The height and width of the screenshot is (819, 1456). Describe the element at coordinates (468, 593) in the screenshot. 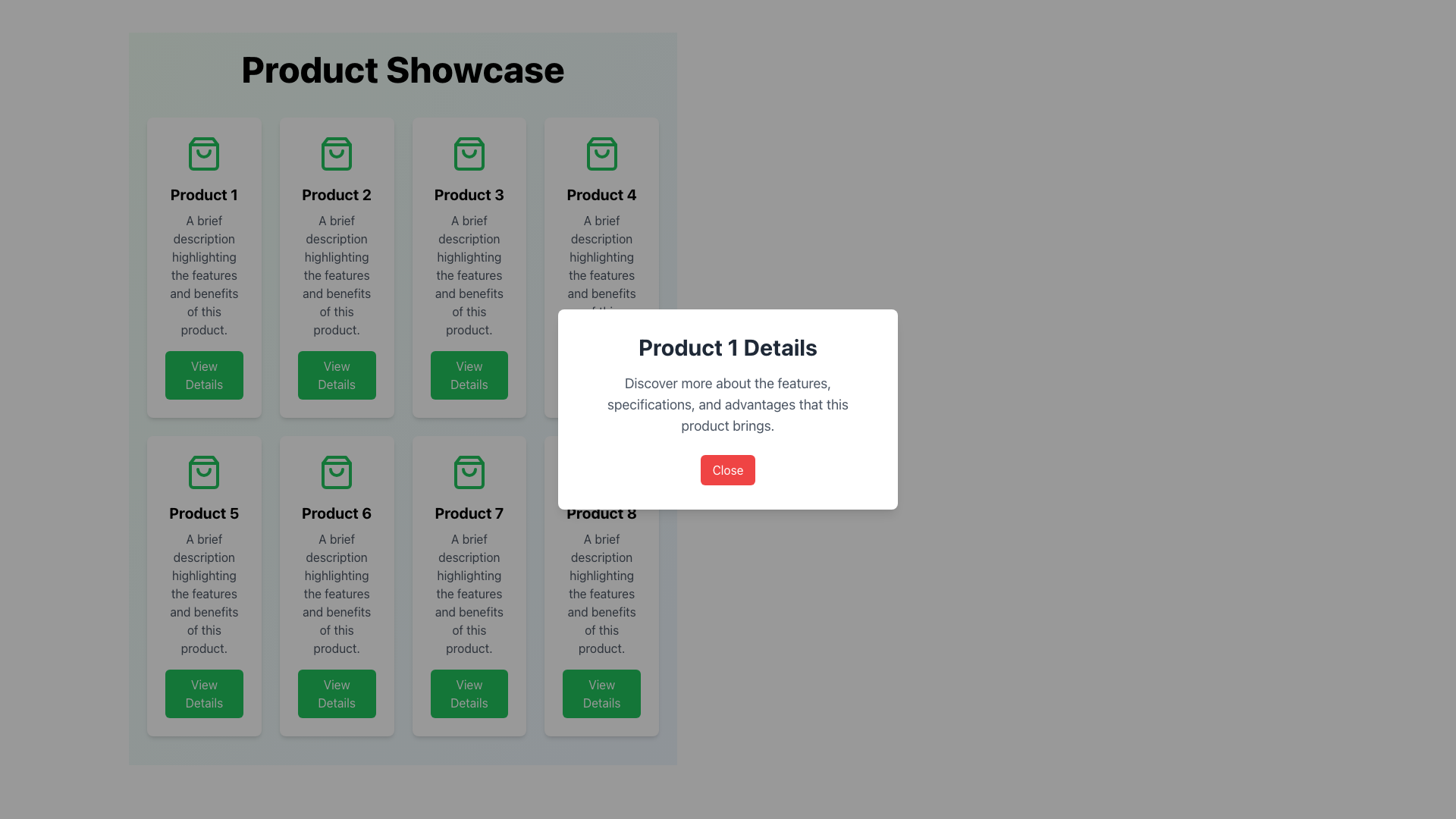

I see `supplementary descriptive information text element located under the title 'Product 7' and above the 'View Details' button` at that location.